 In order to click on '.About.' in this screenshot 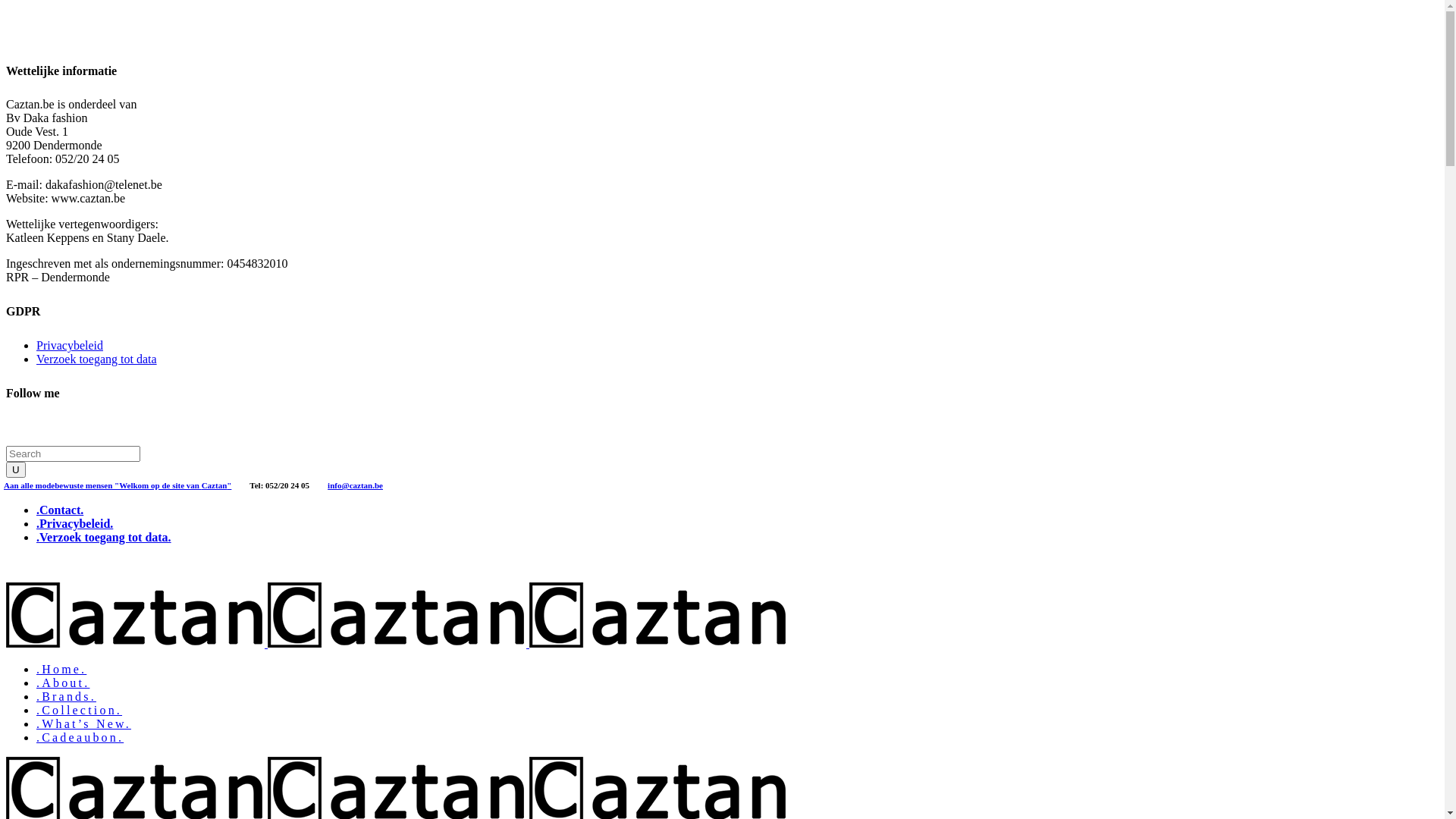, I will do `click(61, 682)`.